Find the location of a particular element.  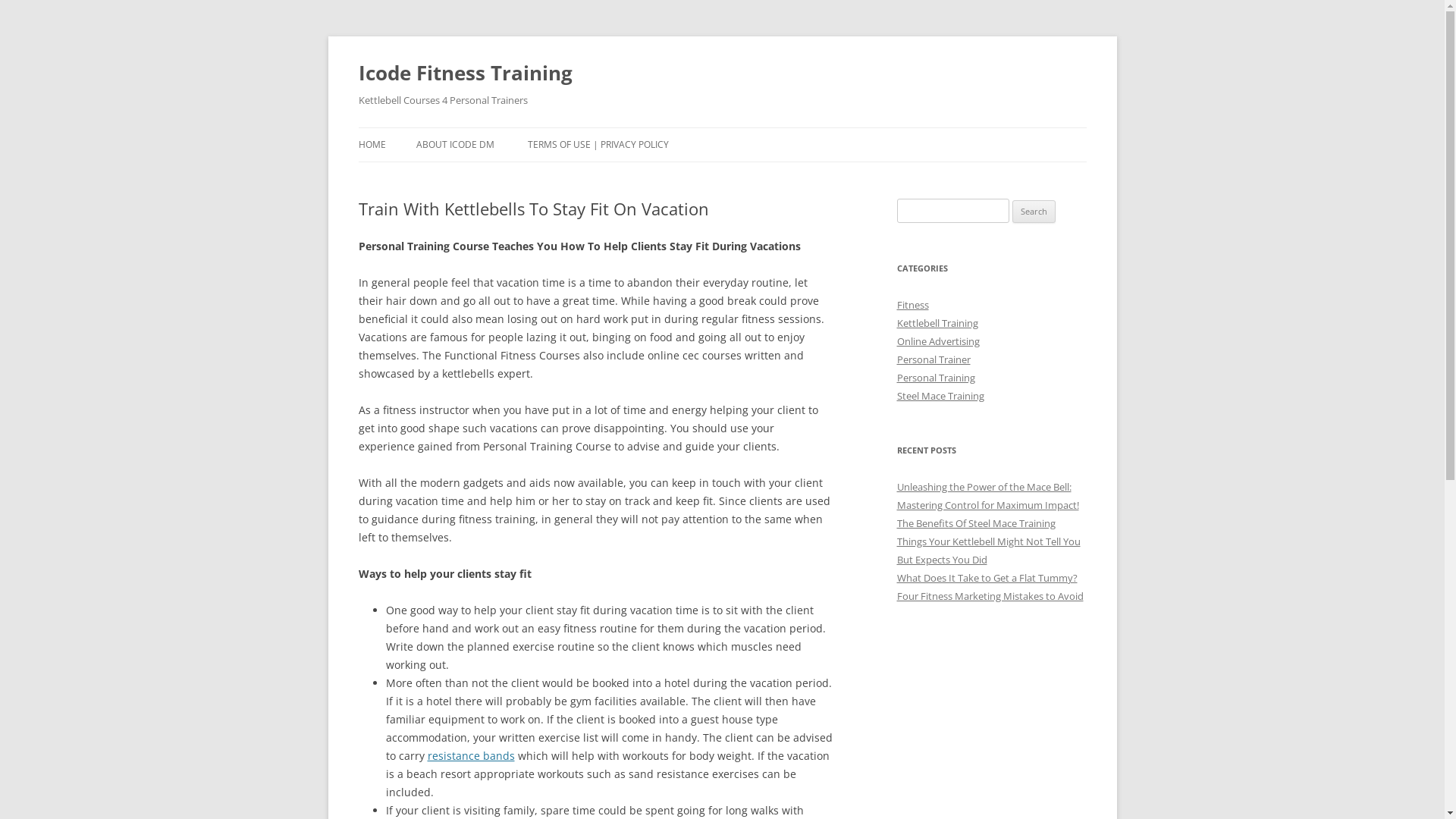

'Online Advertising' is located at coordinates (896, 341).